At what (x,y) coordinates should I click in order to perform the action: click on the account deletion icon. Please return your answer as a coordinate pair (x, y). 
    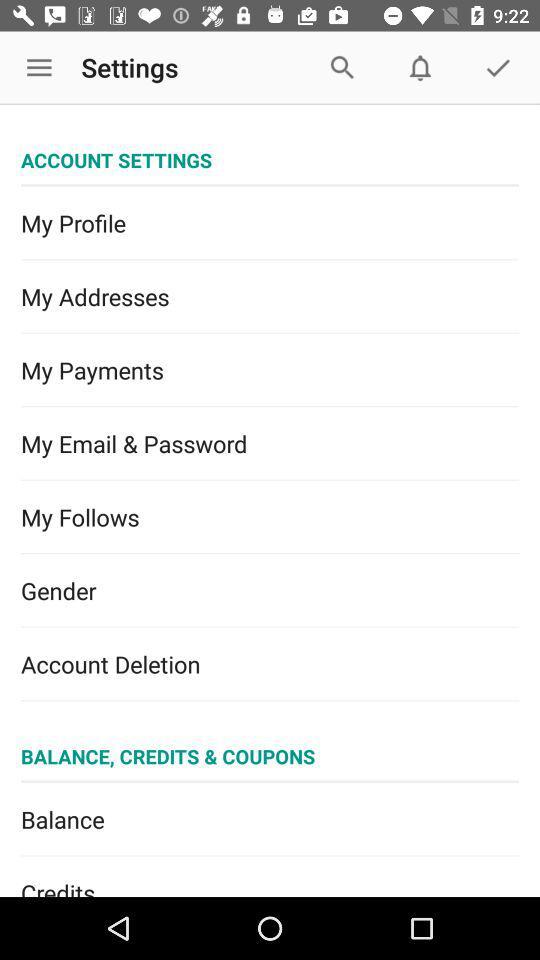
    Looking at the image, I should click on (270, 664).